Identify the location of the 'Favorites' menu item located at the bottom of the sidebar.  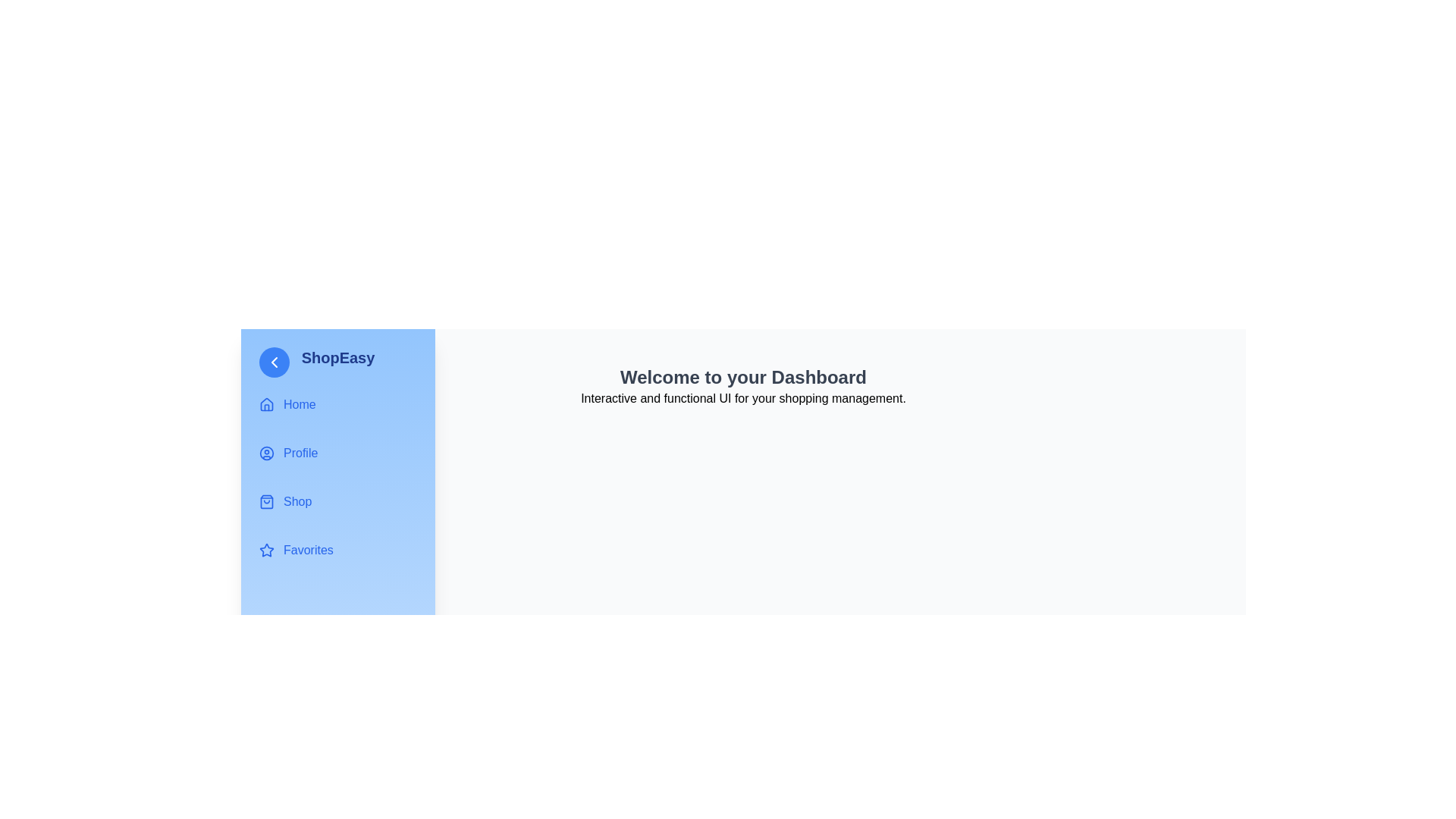
(337, 550).